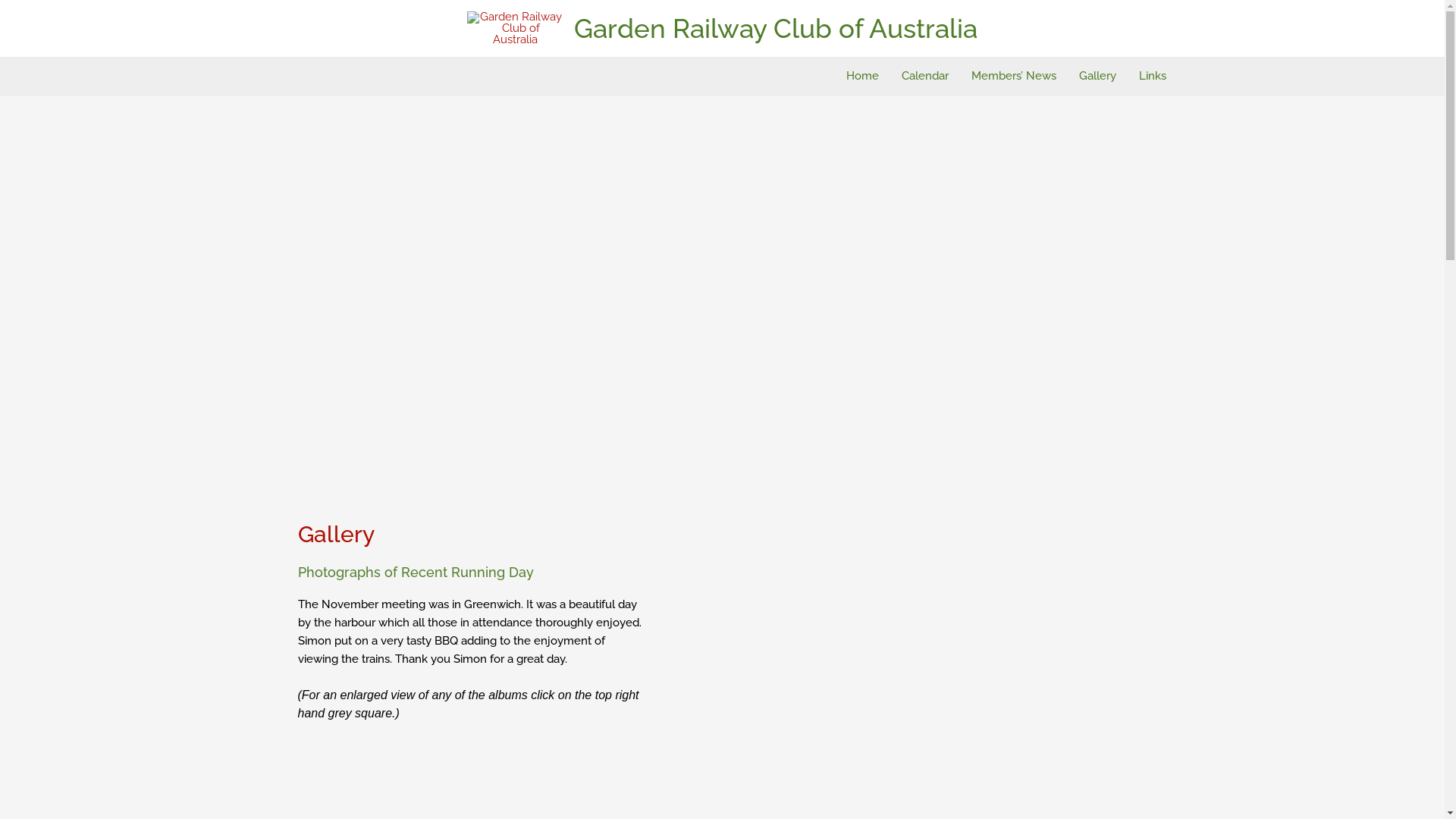  I want to click on 'Home', so click(861, 76).